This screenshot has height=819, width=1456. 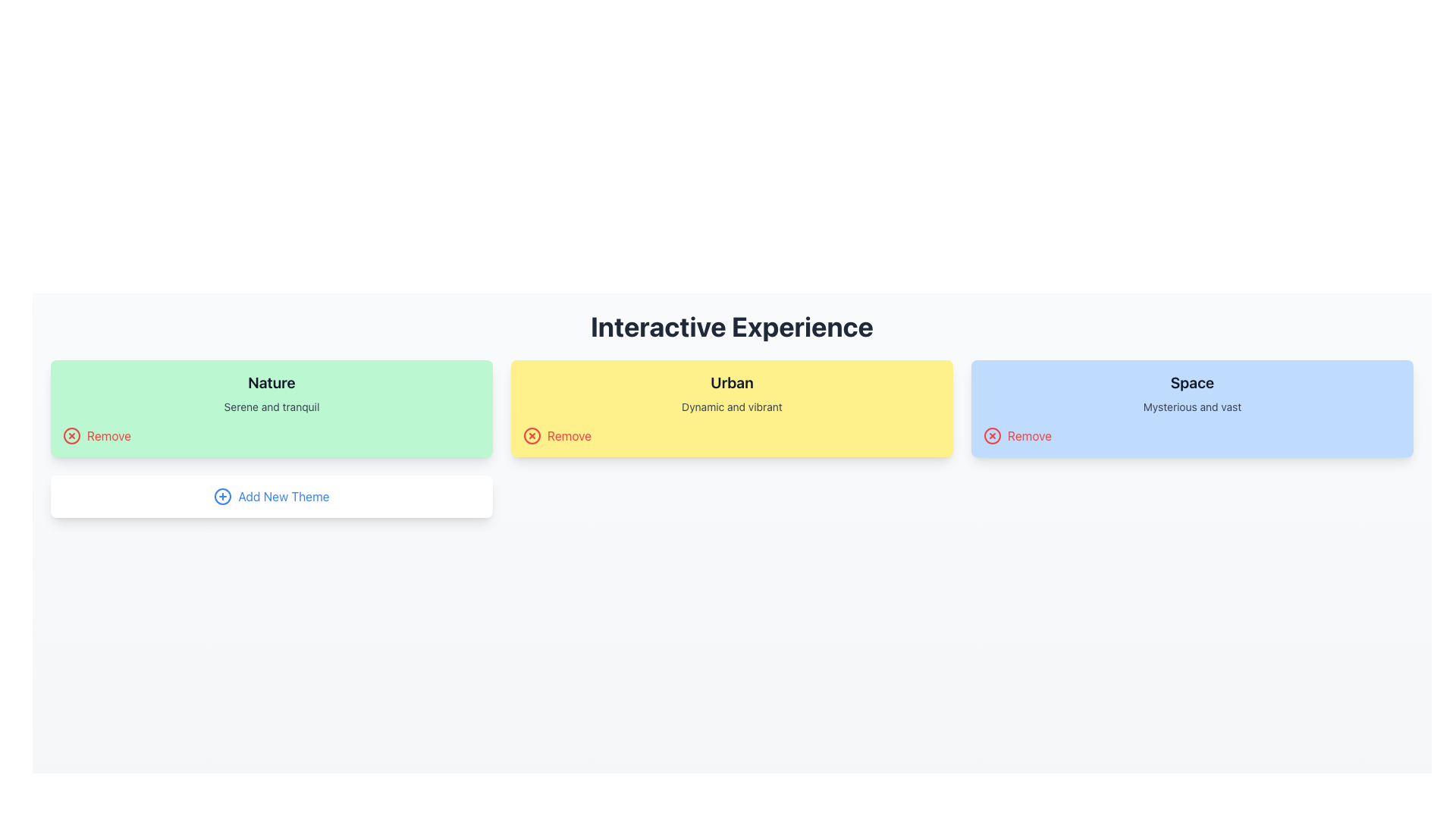 What do you see at coordinates (1030, 435) in the screenshot?
I see `the static text label indicating the action to remove the associated component, located at the far-right of the 'Space' card, directly to the right of the red circular icon with a white cross` at bounding box center [1030, 435].